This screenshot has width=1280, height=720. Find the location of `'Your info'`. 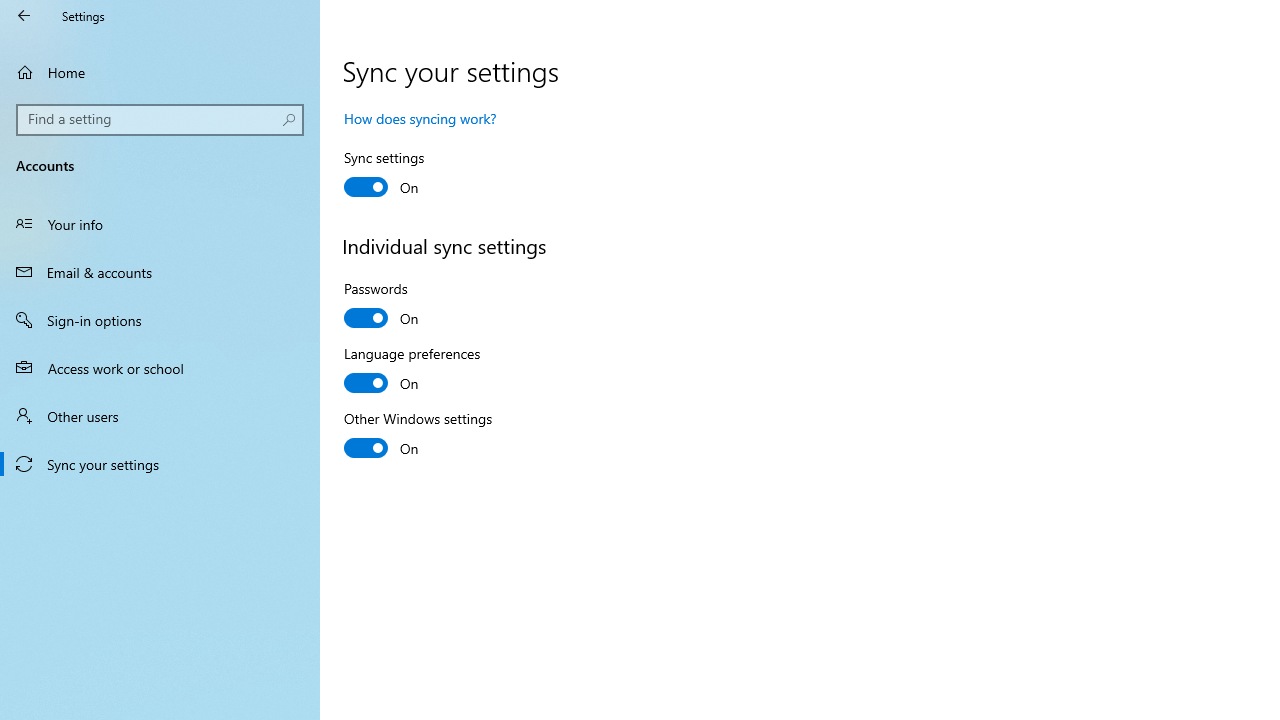

'Your info' is located at coordinates (160, 223).